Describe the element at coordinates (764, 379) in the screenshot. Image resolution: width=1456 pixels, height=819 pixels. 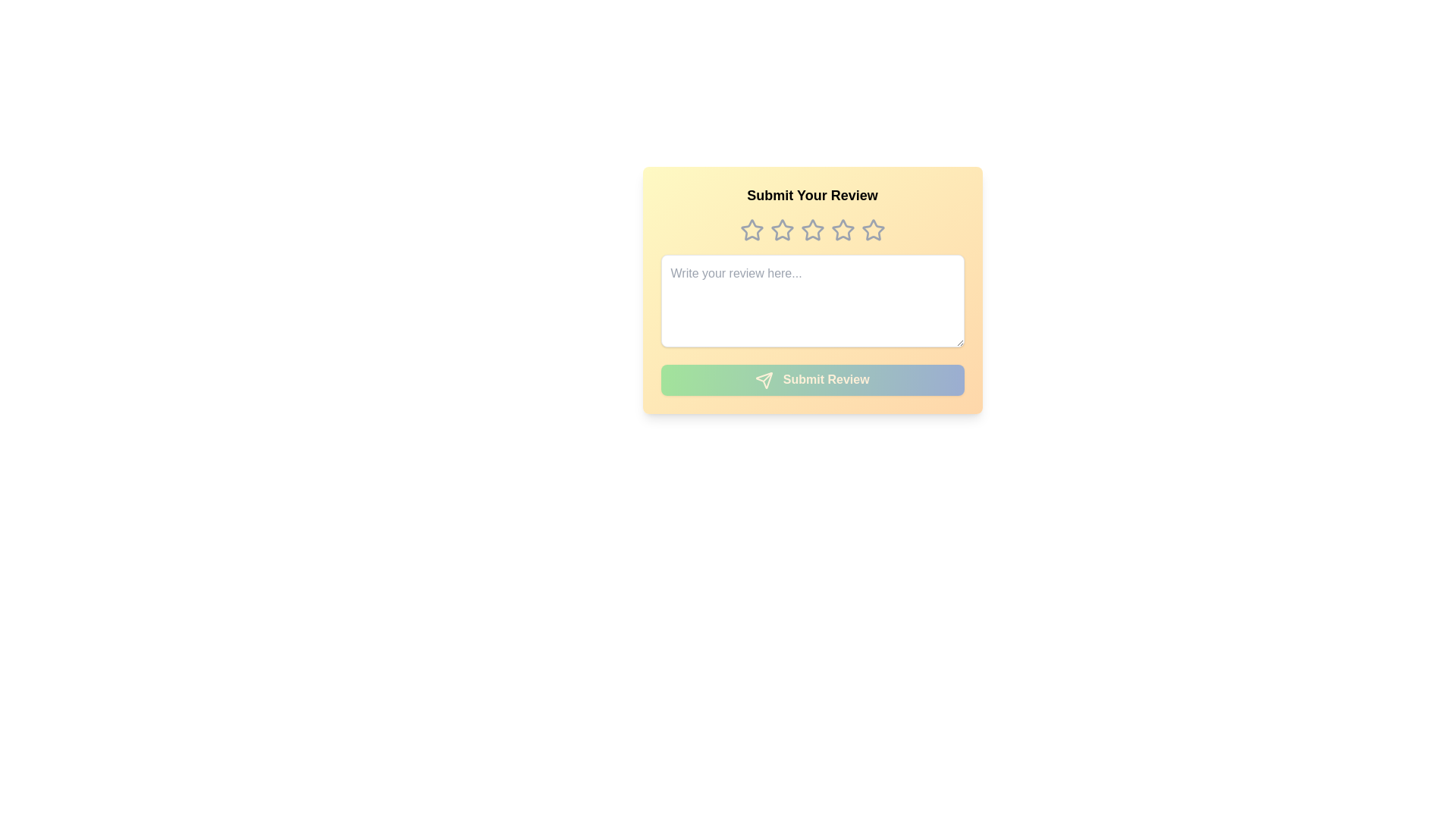
I see `the 'Submit Review' button which contains a triangular send icon, located at the bottom of the review submission form` at that location.